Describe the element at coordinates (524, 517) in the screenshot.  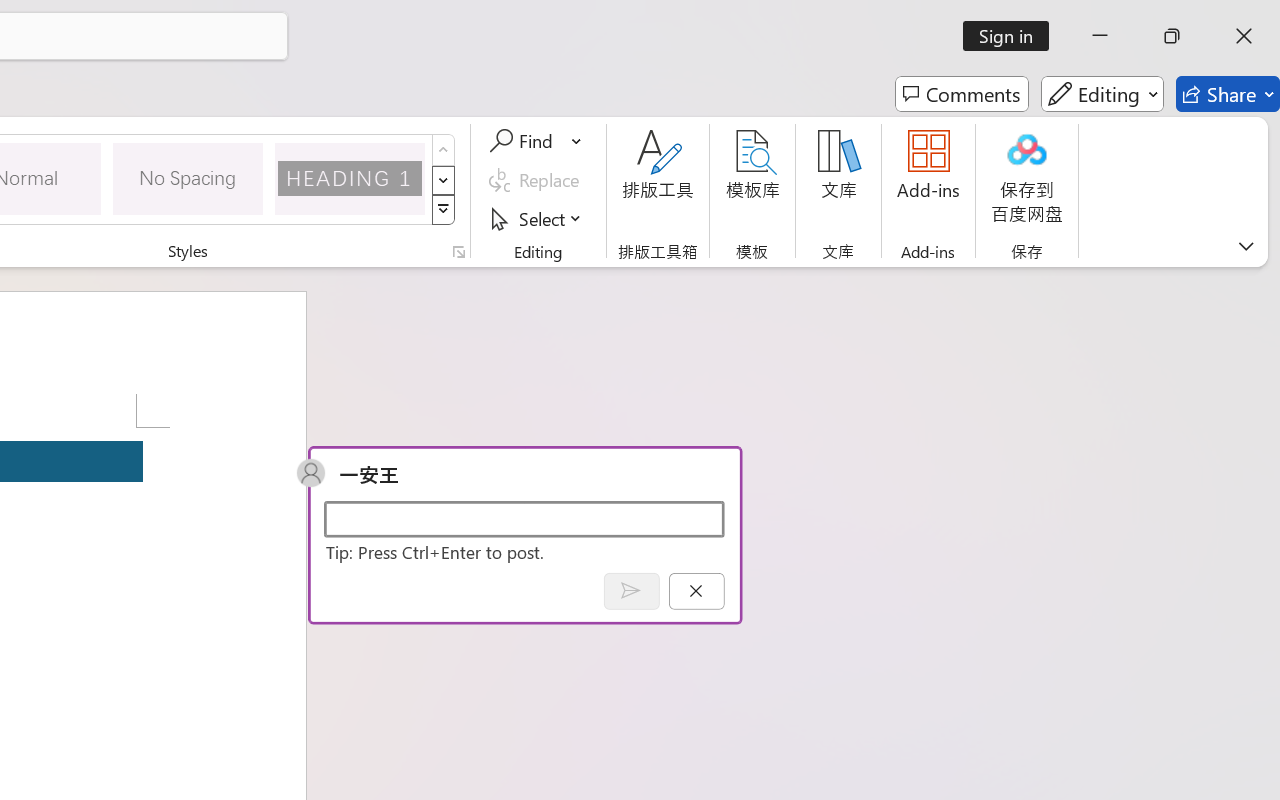
I see `'Start a conversation'` at that location.